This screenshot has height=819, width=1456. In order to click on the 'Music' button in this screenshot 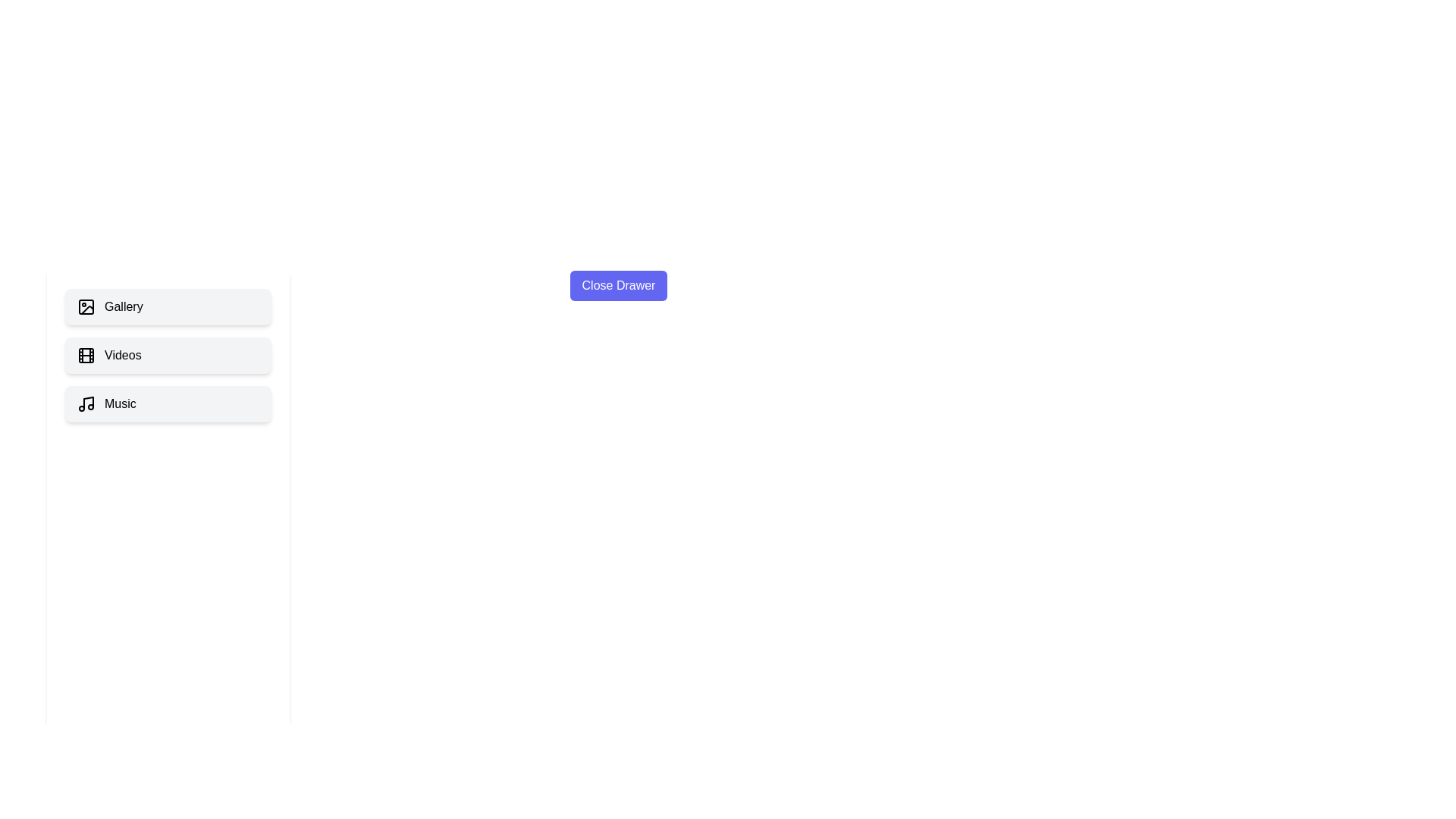, I will do `click(168, 403)`.